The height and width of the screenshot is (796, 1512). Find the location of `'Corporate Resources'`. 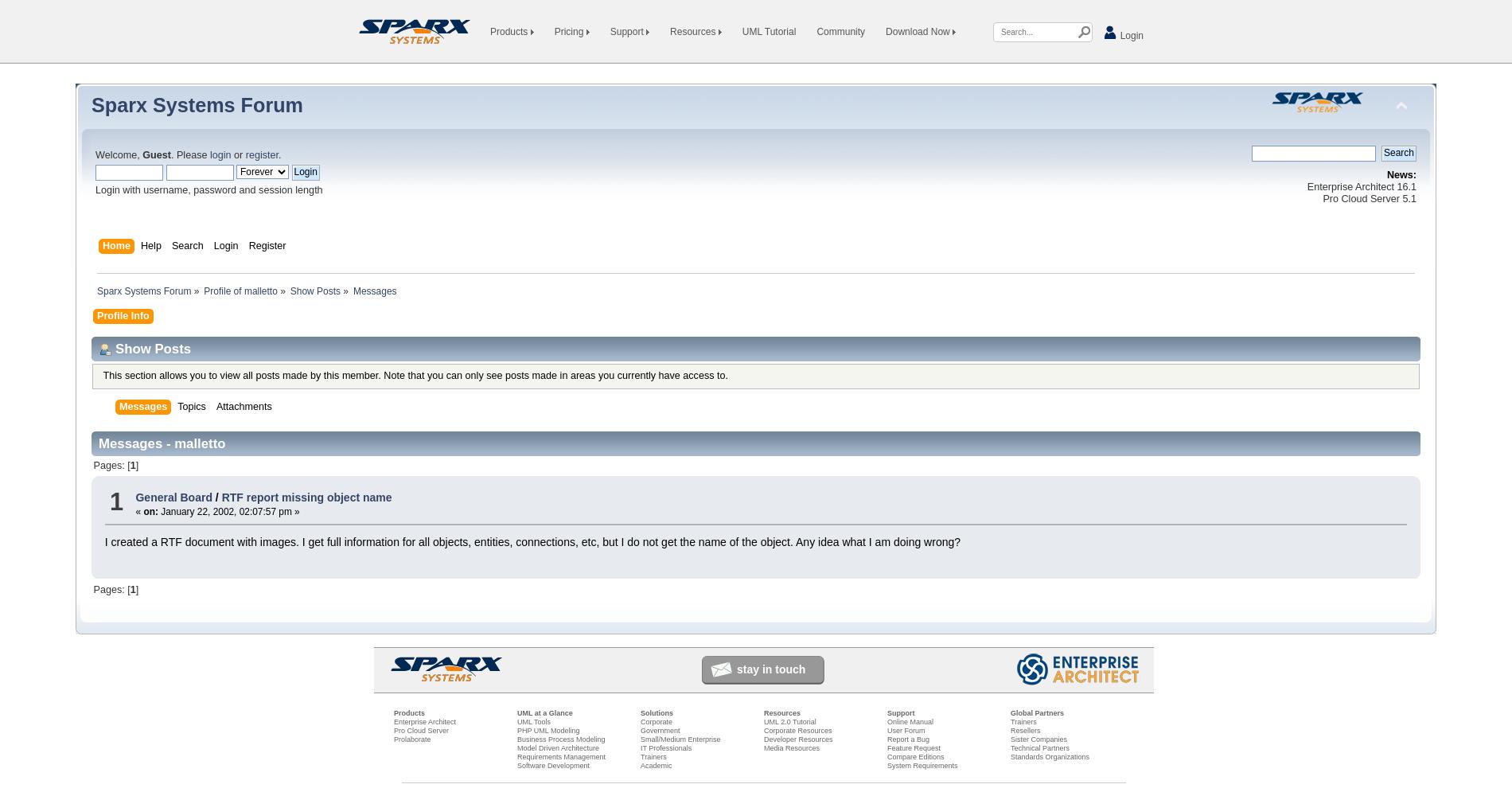

'Corporate Resources' is located at coordinates (797, 730).